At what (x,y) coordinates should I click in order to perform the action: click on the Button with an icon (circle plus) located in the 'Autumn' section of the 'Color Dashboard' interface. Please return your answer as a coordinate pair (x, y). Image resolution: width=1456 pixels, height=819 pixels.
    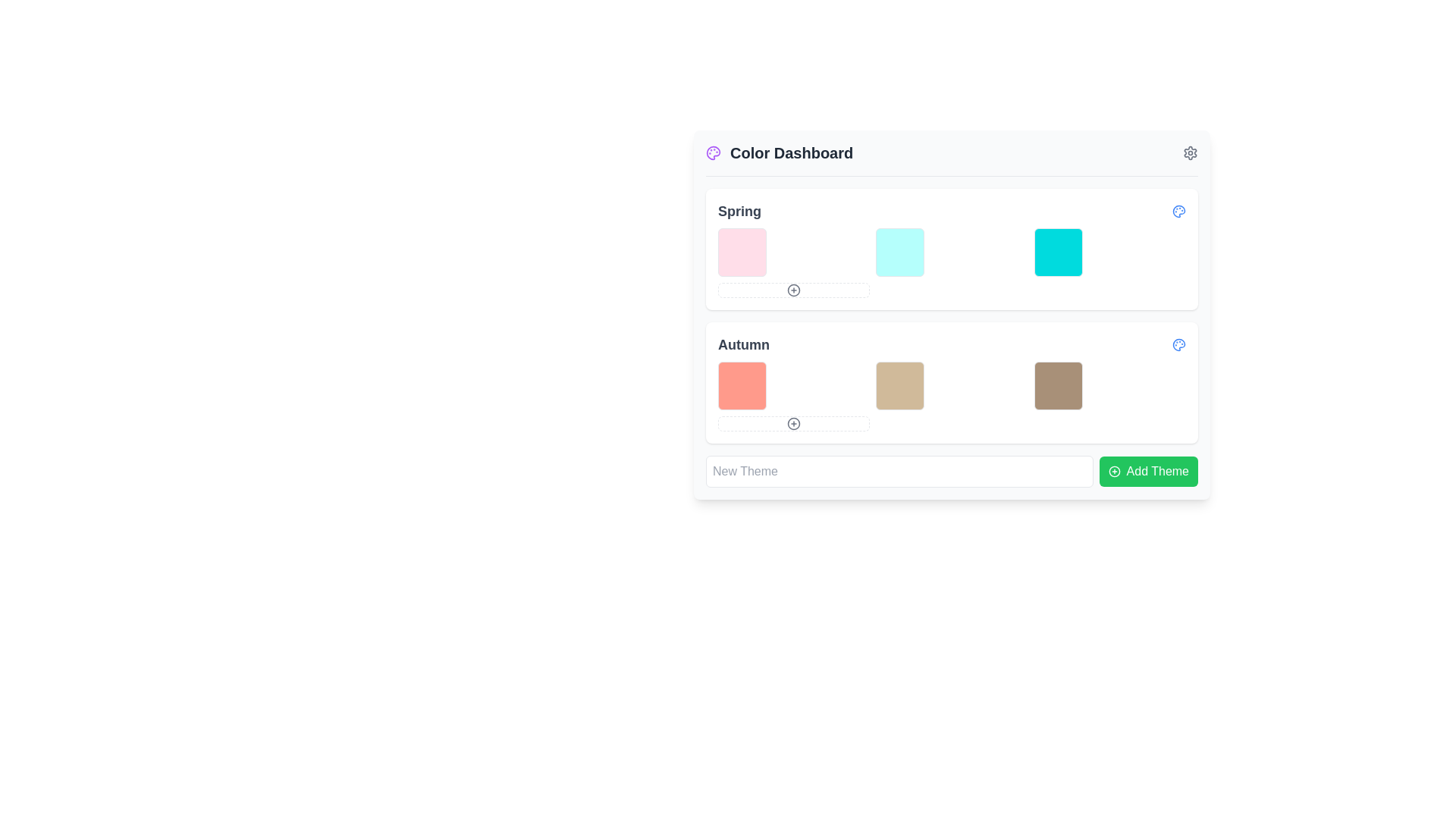
    Looking at the image, I should click on (793, 424).